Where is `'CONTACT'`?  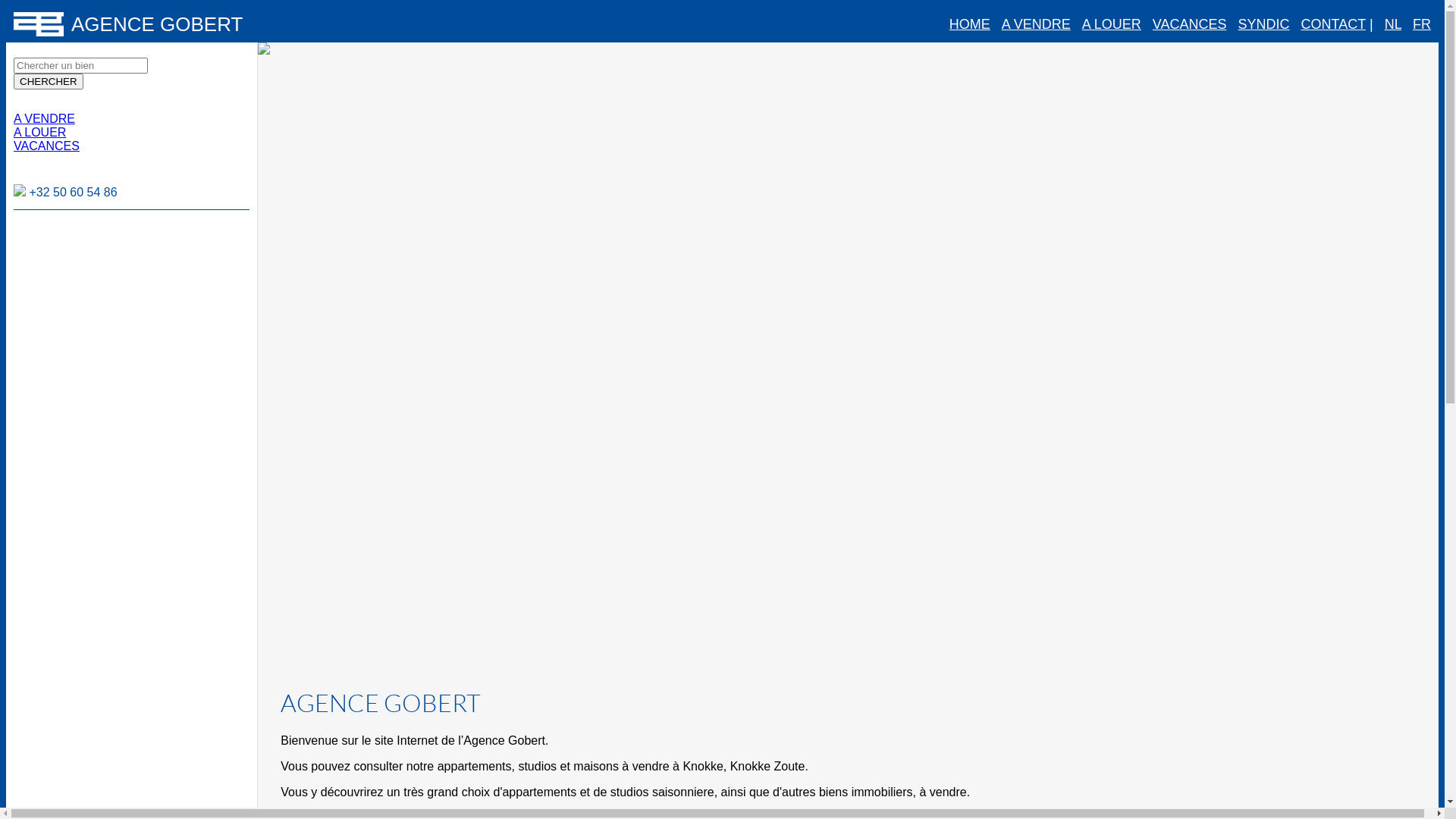 'CONTACT' is located at coordinates (1332, 24).